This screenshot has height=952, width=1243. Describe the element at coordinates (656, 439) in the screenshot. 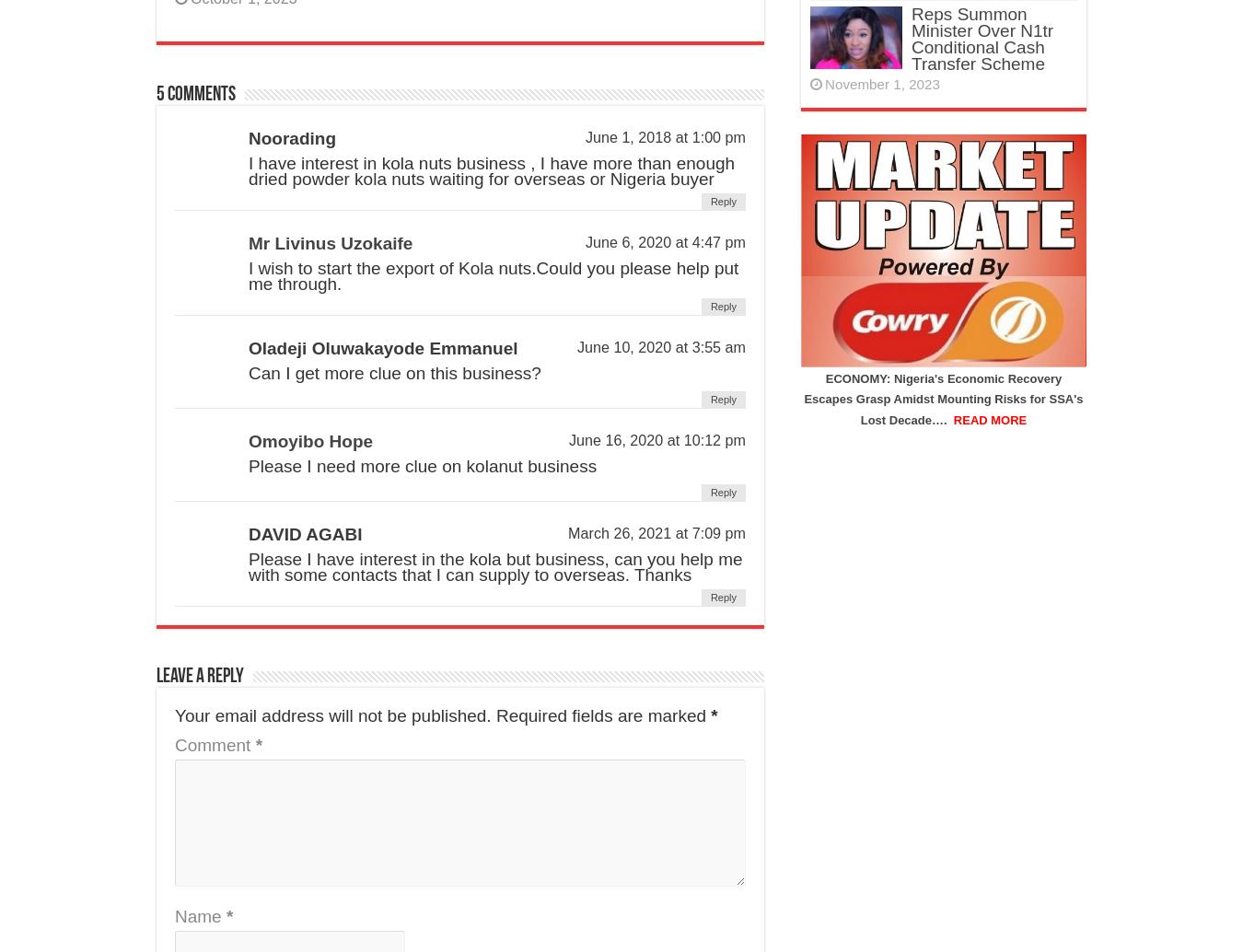

I see `'June 16, 2020 at 10:12 pm'` at that location.